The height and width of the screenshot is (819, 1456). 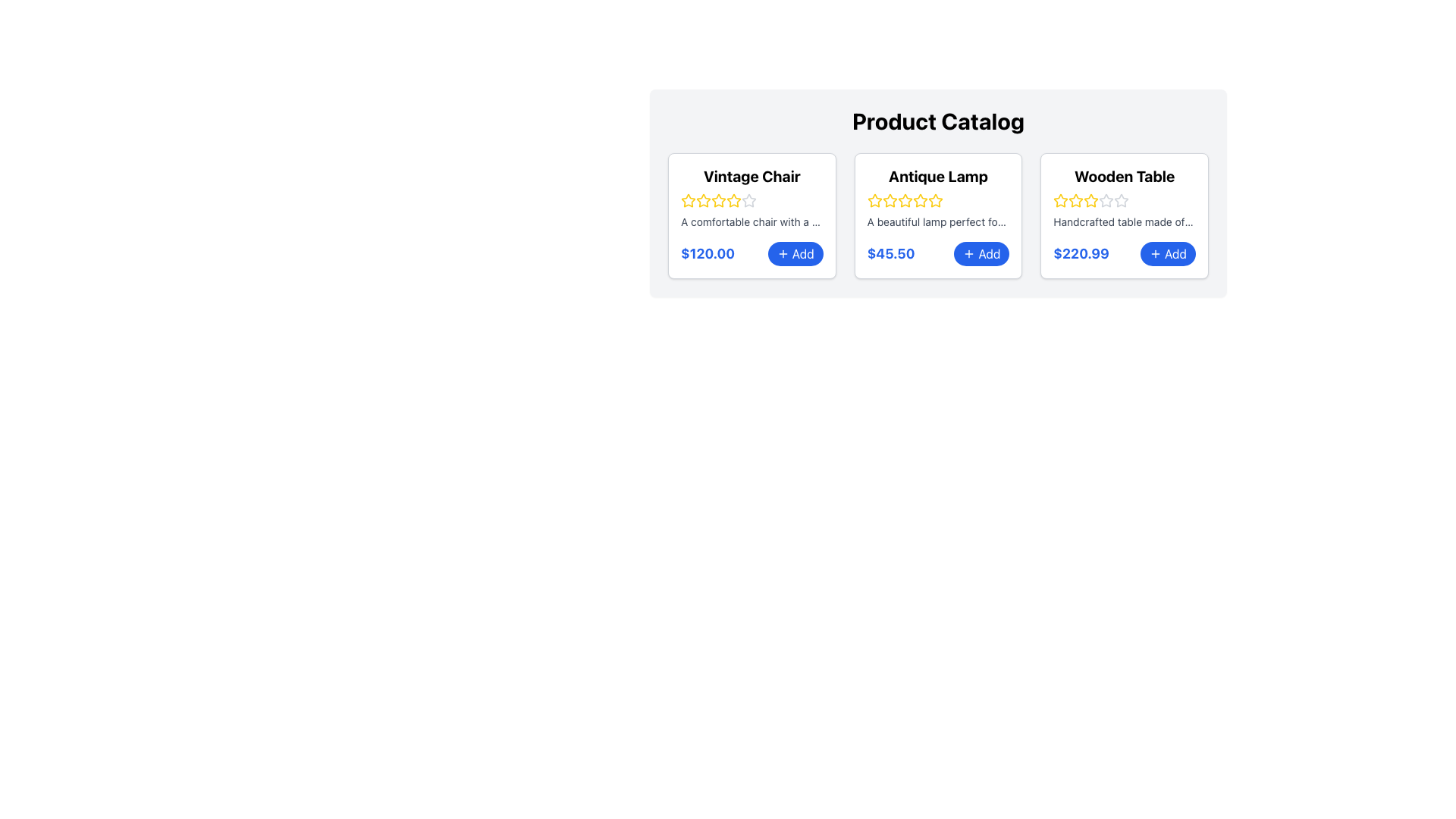 I want to click on the second star icon in the rating system of the 'Antique Lamp' card to interact with the rating system, so click(x=874, y=199).